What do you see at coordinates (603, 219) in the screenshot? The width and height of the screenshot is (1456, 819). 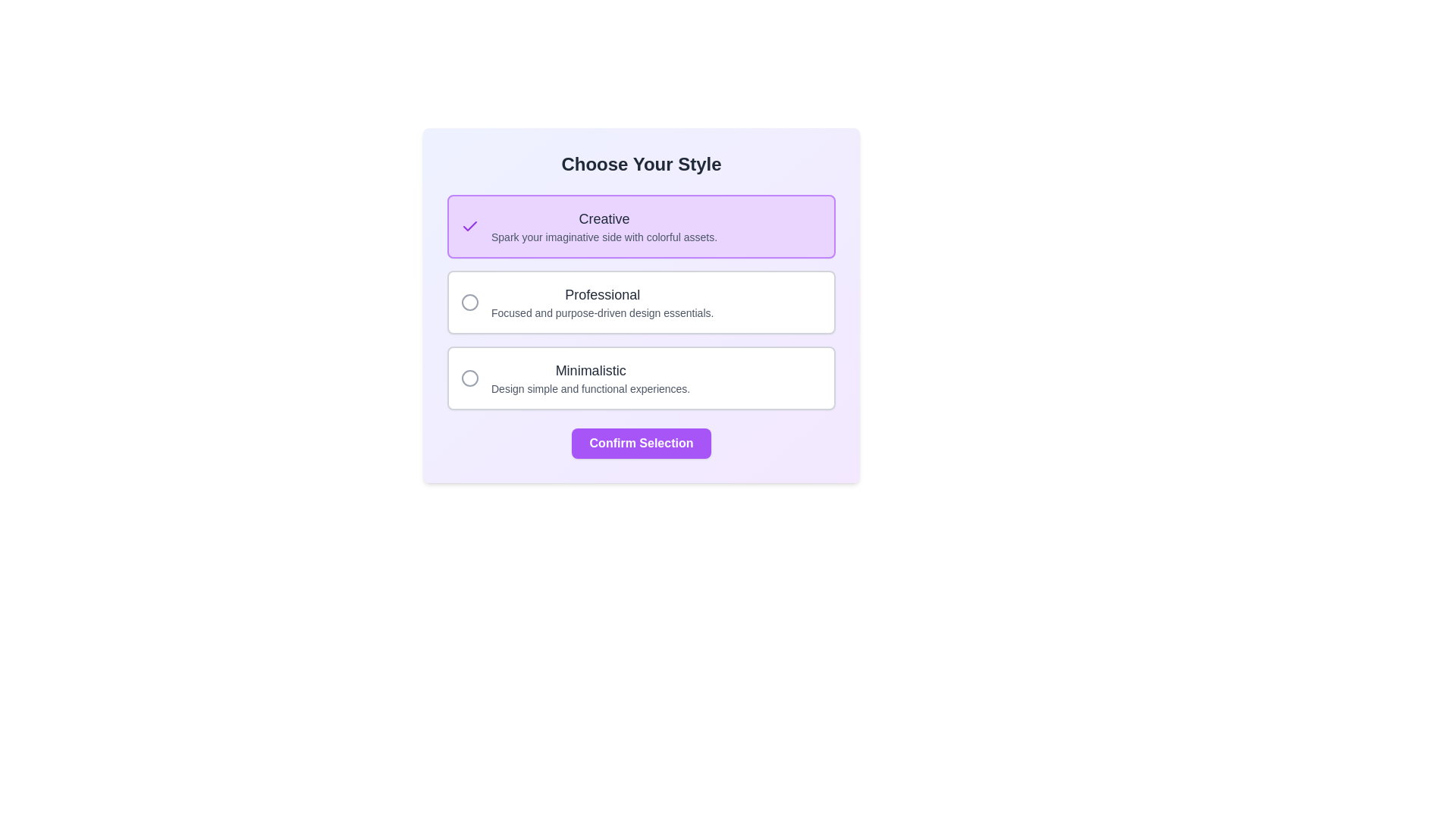 I see `the 'Creative' text label which serves as the title for the style selection interface` at bounding box center [603, 219].